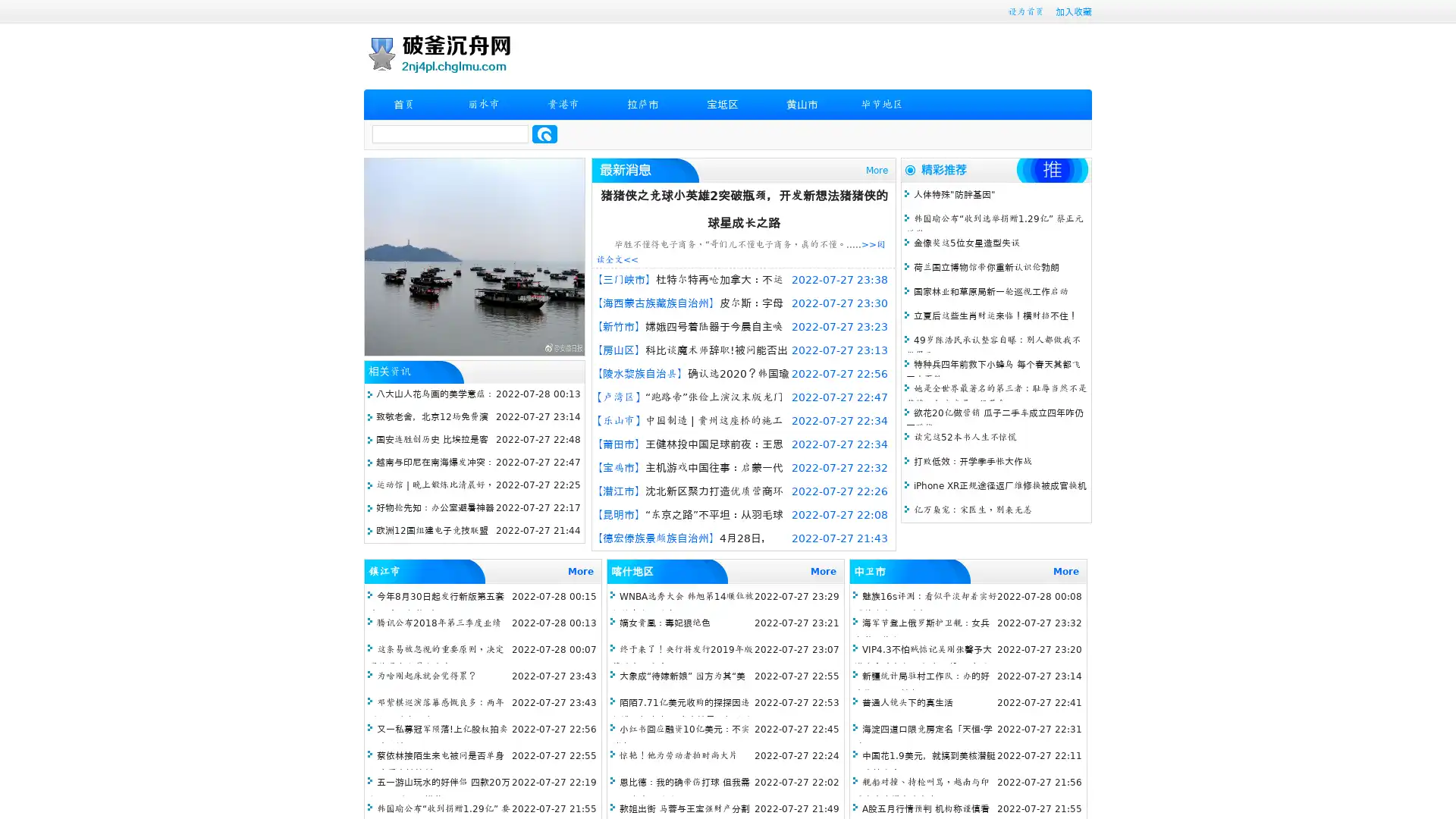 This screenshot has height=819, width=1456. Describe the element at coordinates (544, 133) in the screenshot. I see `Search` at that location.